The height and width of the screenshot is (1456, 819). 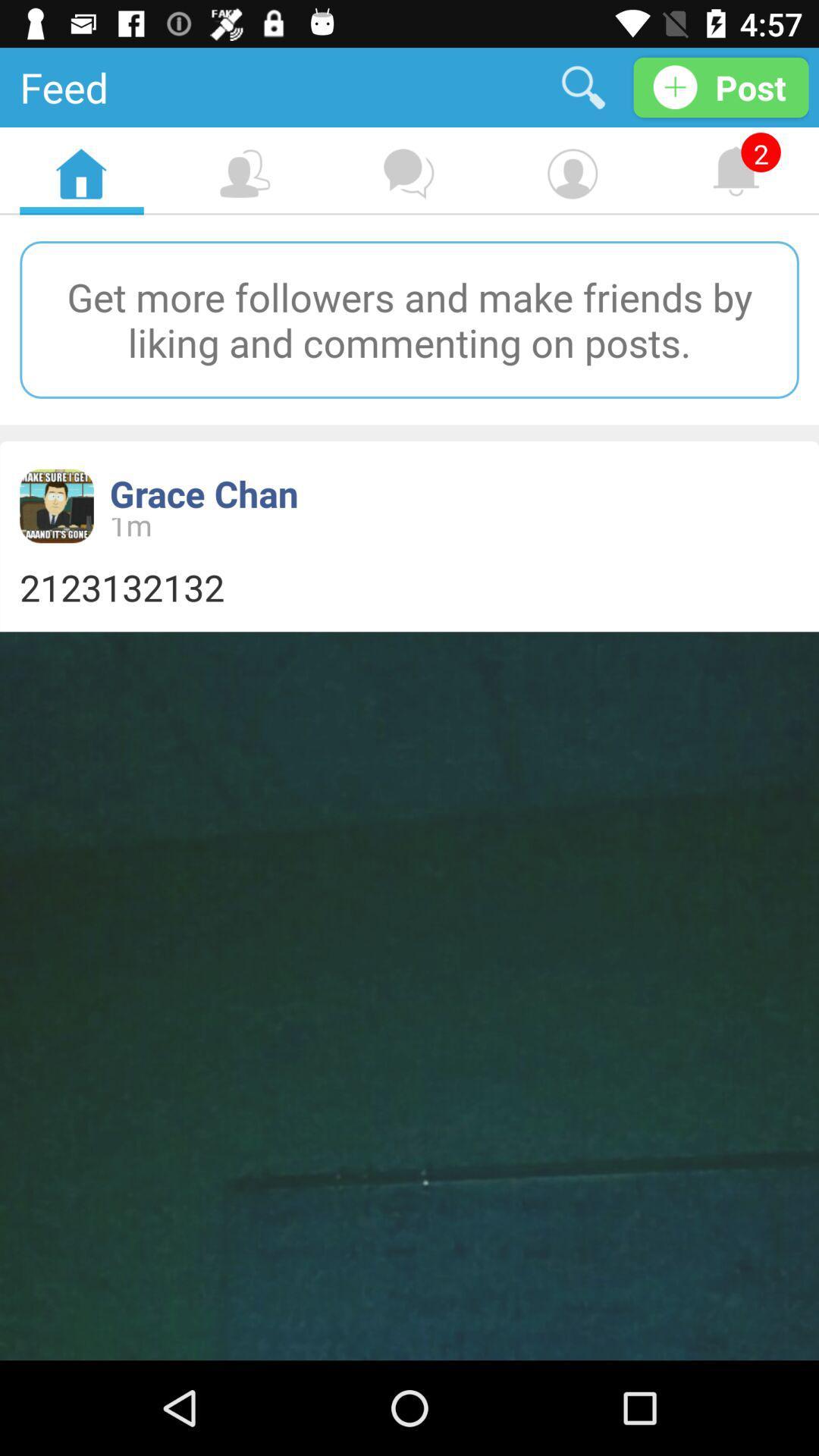 I want to click on the 2123132132, so click(x=409, y=586).